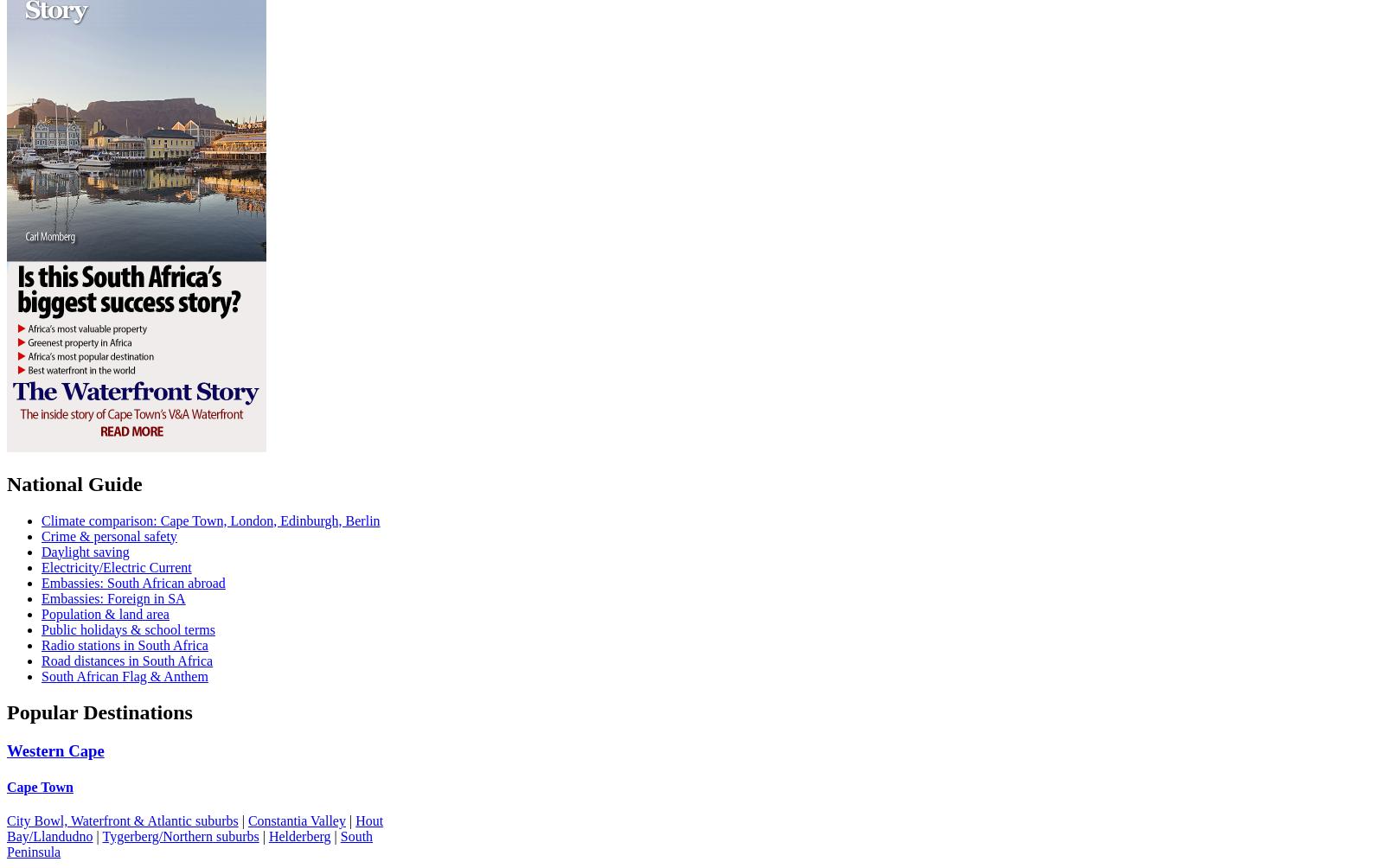 This screenshot has width=1376, height=868. What do you see at coordinates (42, 550) in the screenshot?
I see `'Daylight saving'` at bounding box center [42, 550].